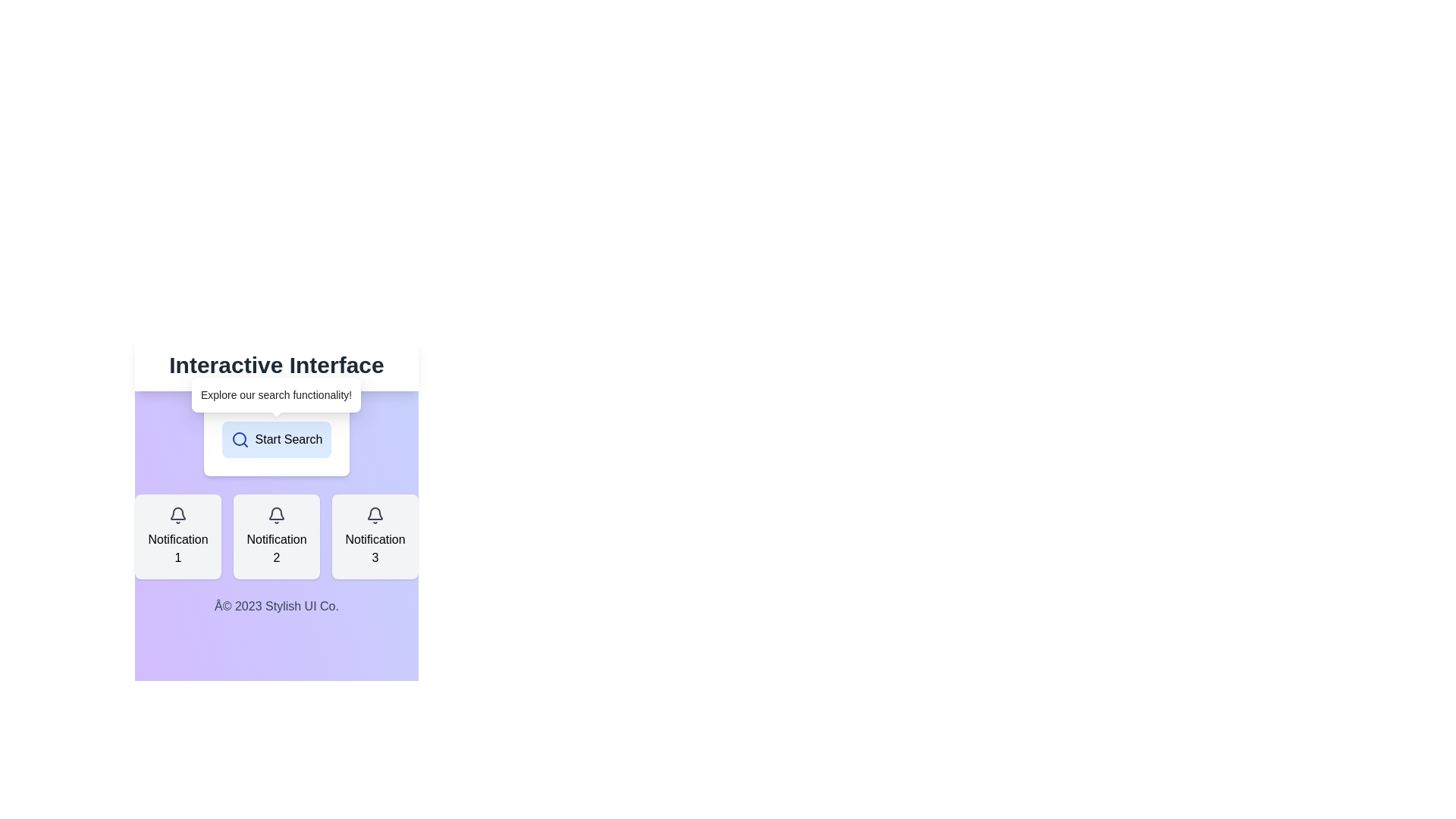 This screenshot has width=1456, height=819. Describe the element at coordinates (178, 549) in the screenshot. I see `the text label displaying 'Notification 1', which is the bottom item inside the leftmost card in a grid of three horizontally aligned notification cards` at that location.